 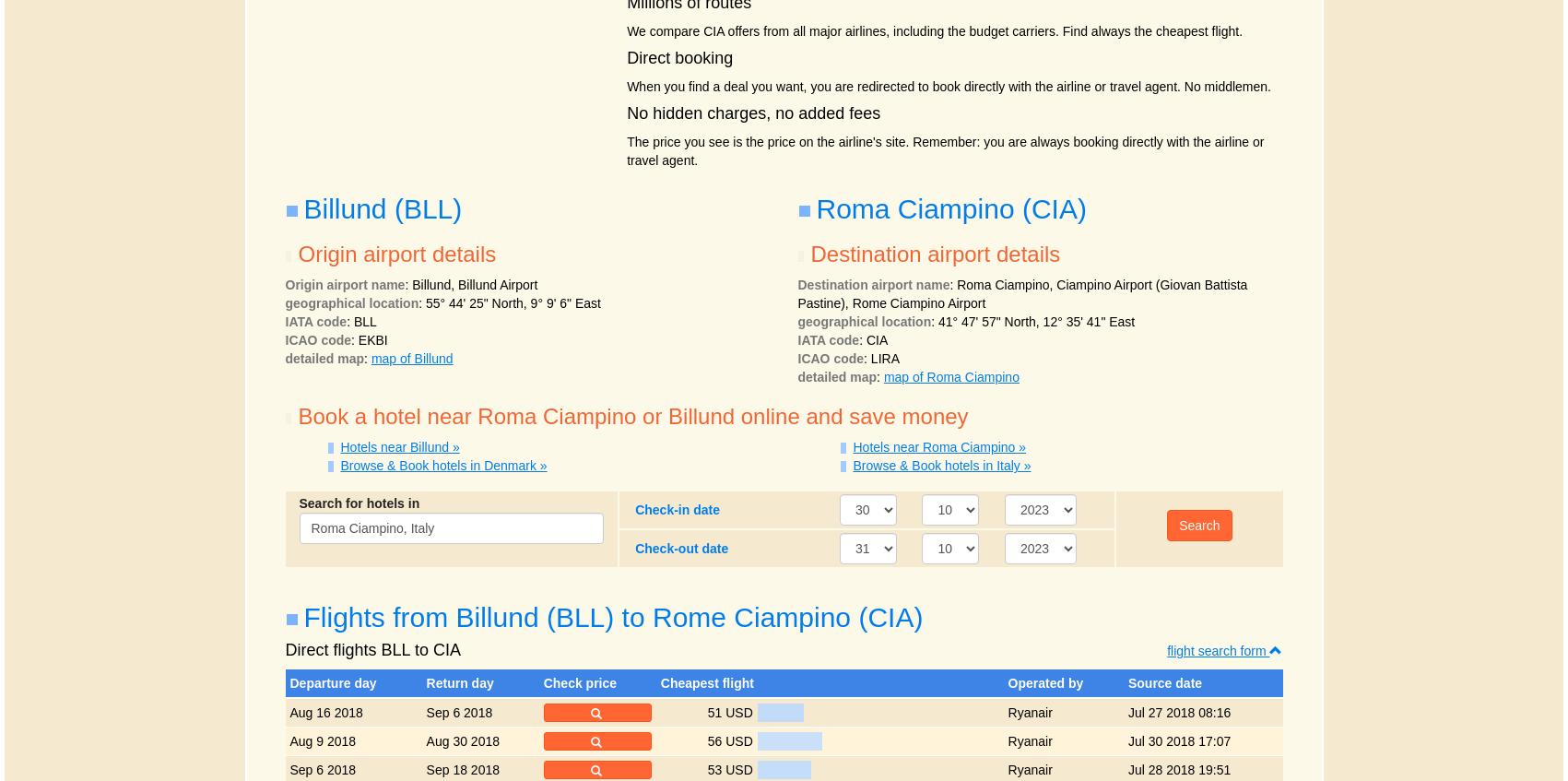 I want to click on 'No hidden charges, no added fees', so click(x=753, y=112).